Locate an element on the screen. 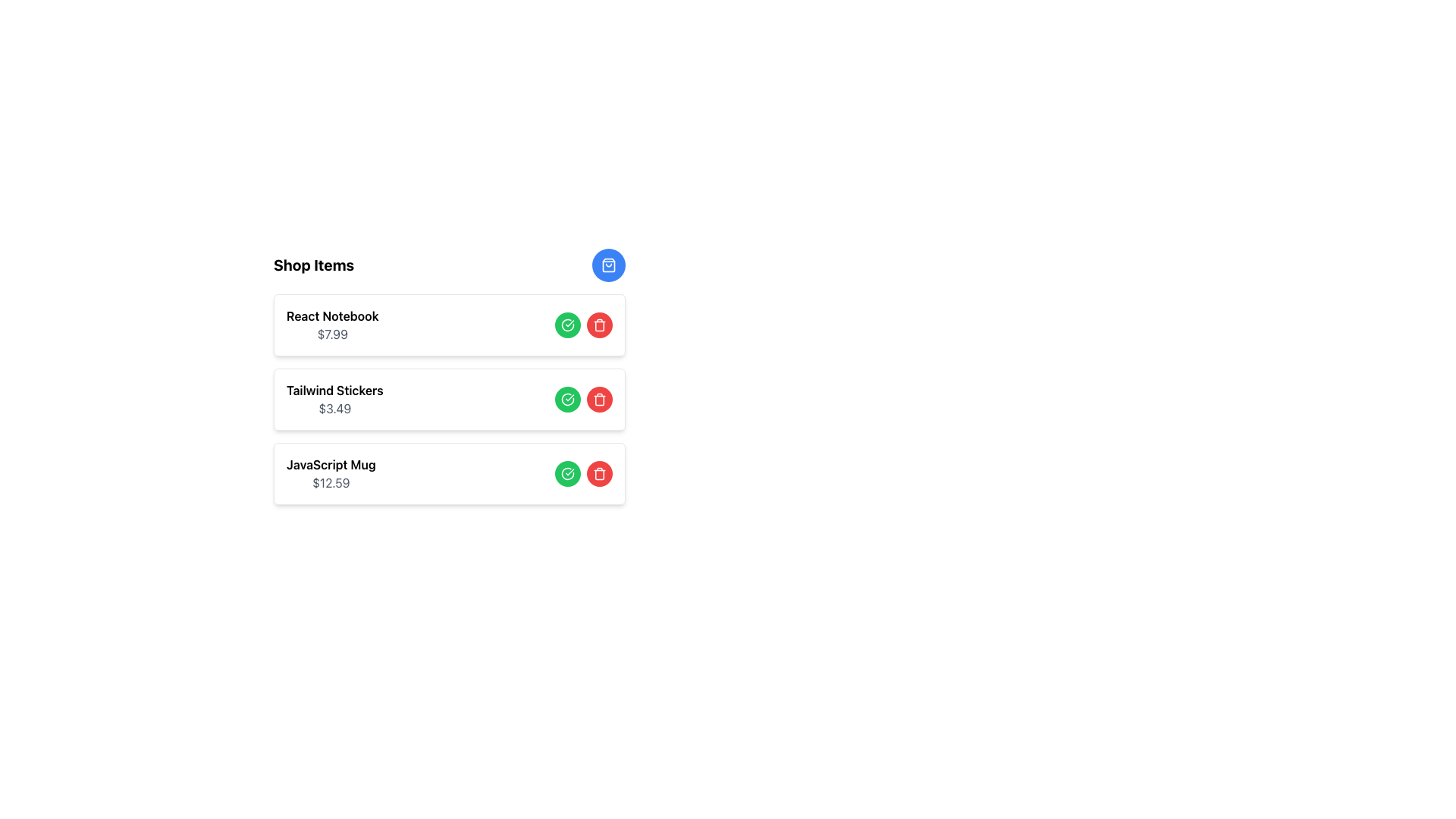 The width and height of the screenshot is (1456, 819). the green checkmark icon button within the second list item is located at coordinates (566, 399).